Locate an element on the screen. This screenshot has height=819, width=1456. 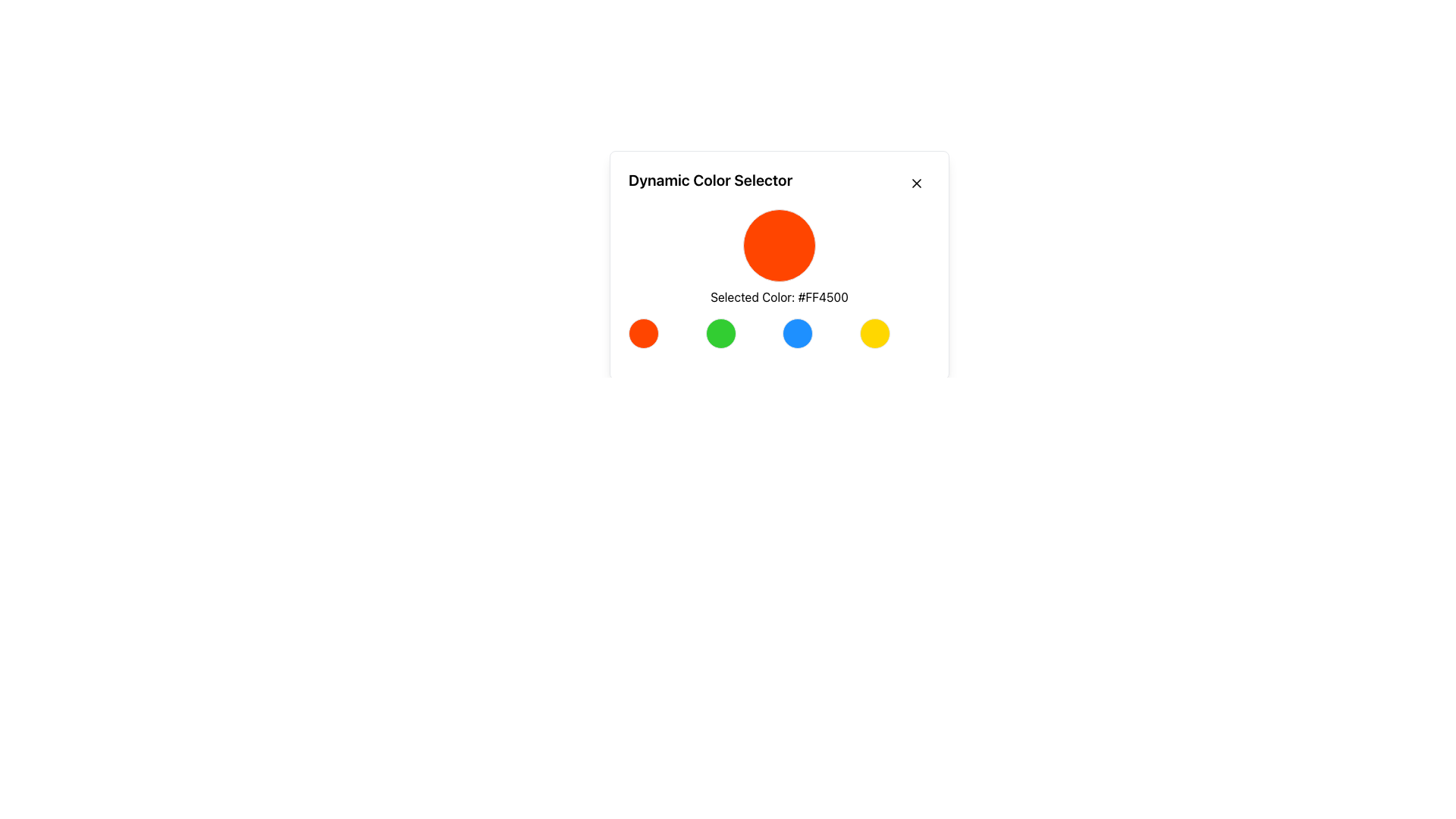
the text label that displays the currently selected color name and hexadecimal code, positioned below a large orange circular element and above a row of four smaller colored circles is located at coordinates (779, 297).